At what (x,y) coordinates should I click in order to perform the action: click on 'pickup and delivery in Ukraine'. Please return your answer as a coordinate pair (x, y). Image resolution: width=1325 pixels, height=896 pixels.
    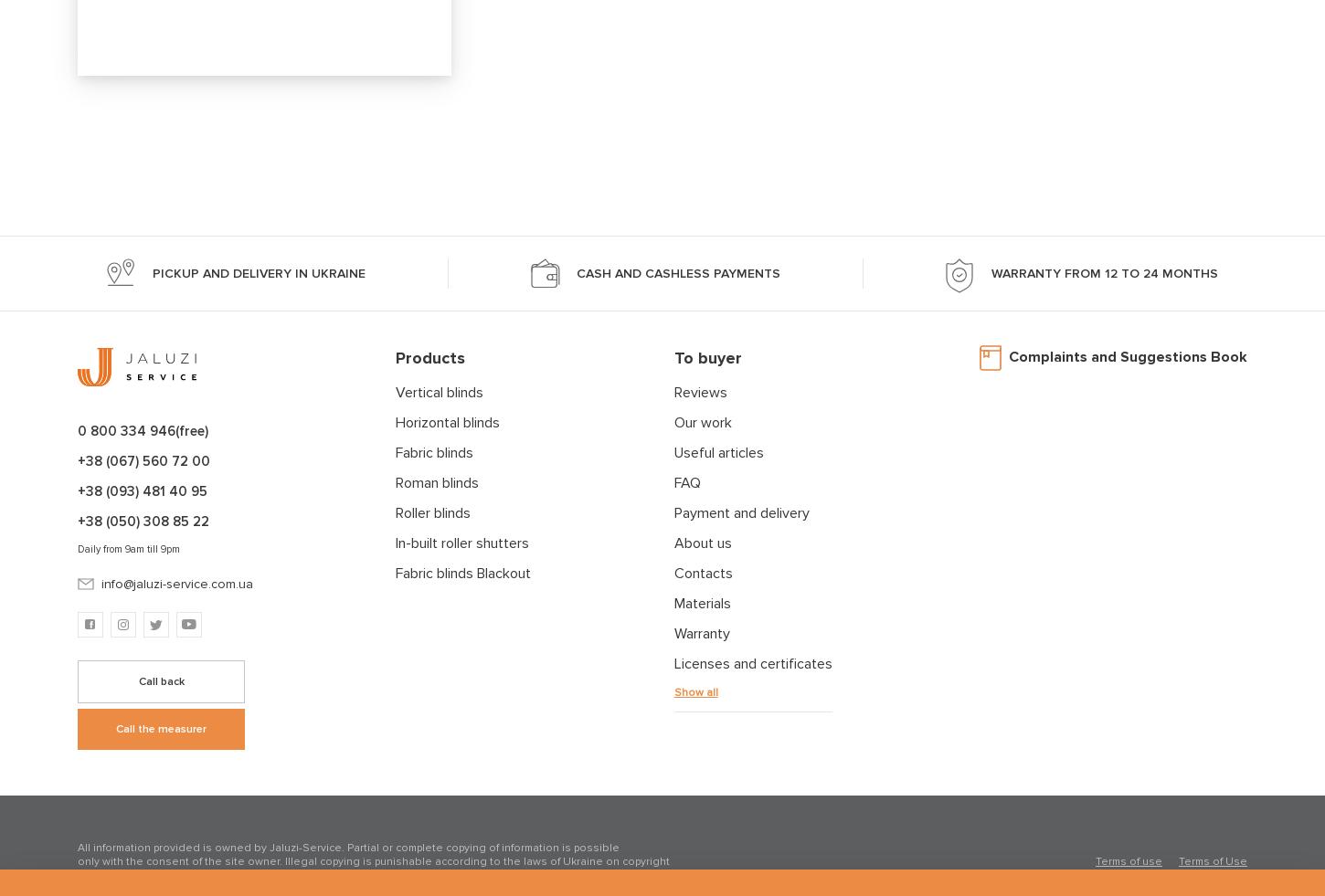
    Looking at the image, I should click on (259, 272).